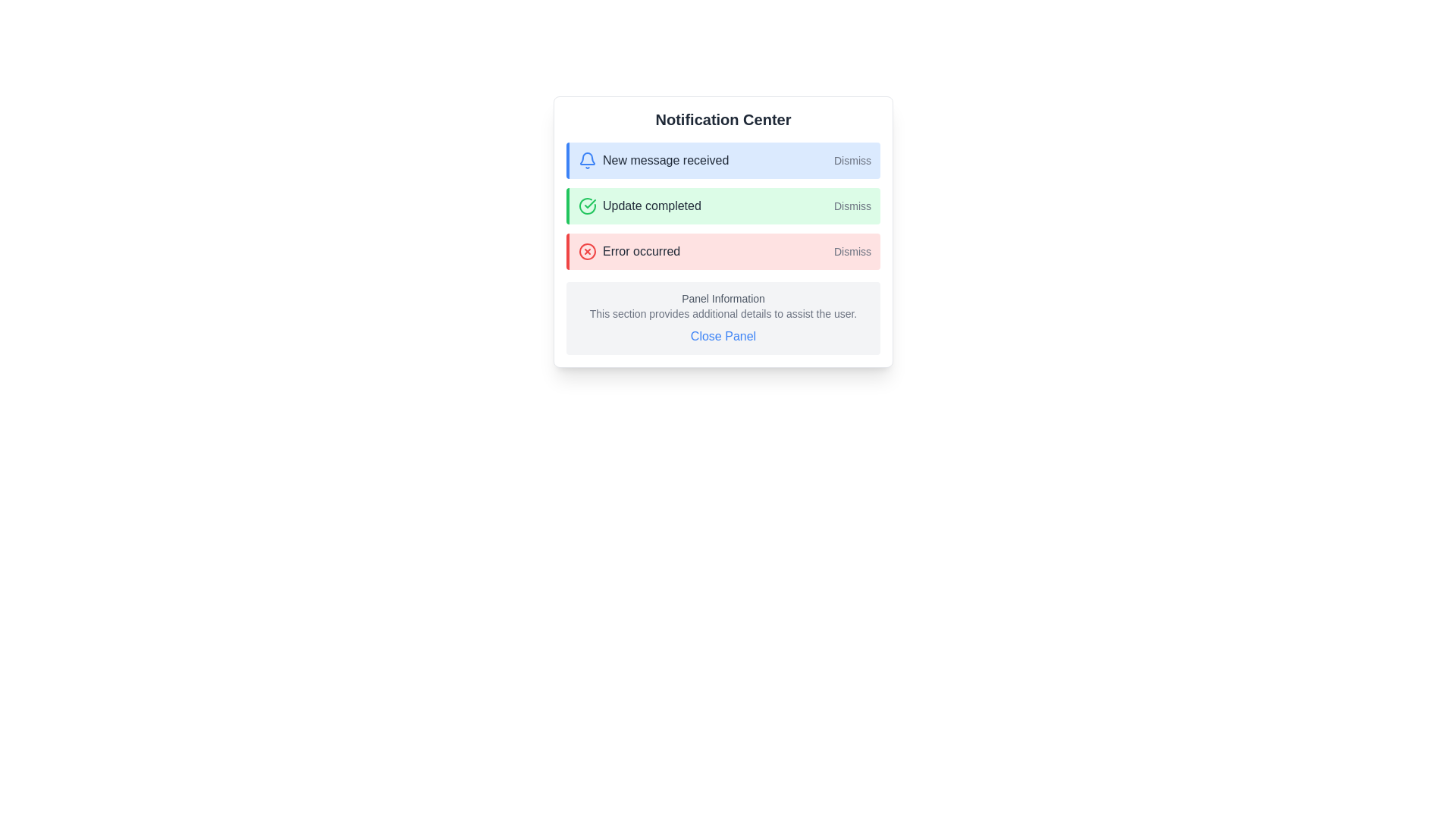  I want to click on the 'Dismiss' button in the upper-right corner of the blue notification bar, so click(852, 161).